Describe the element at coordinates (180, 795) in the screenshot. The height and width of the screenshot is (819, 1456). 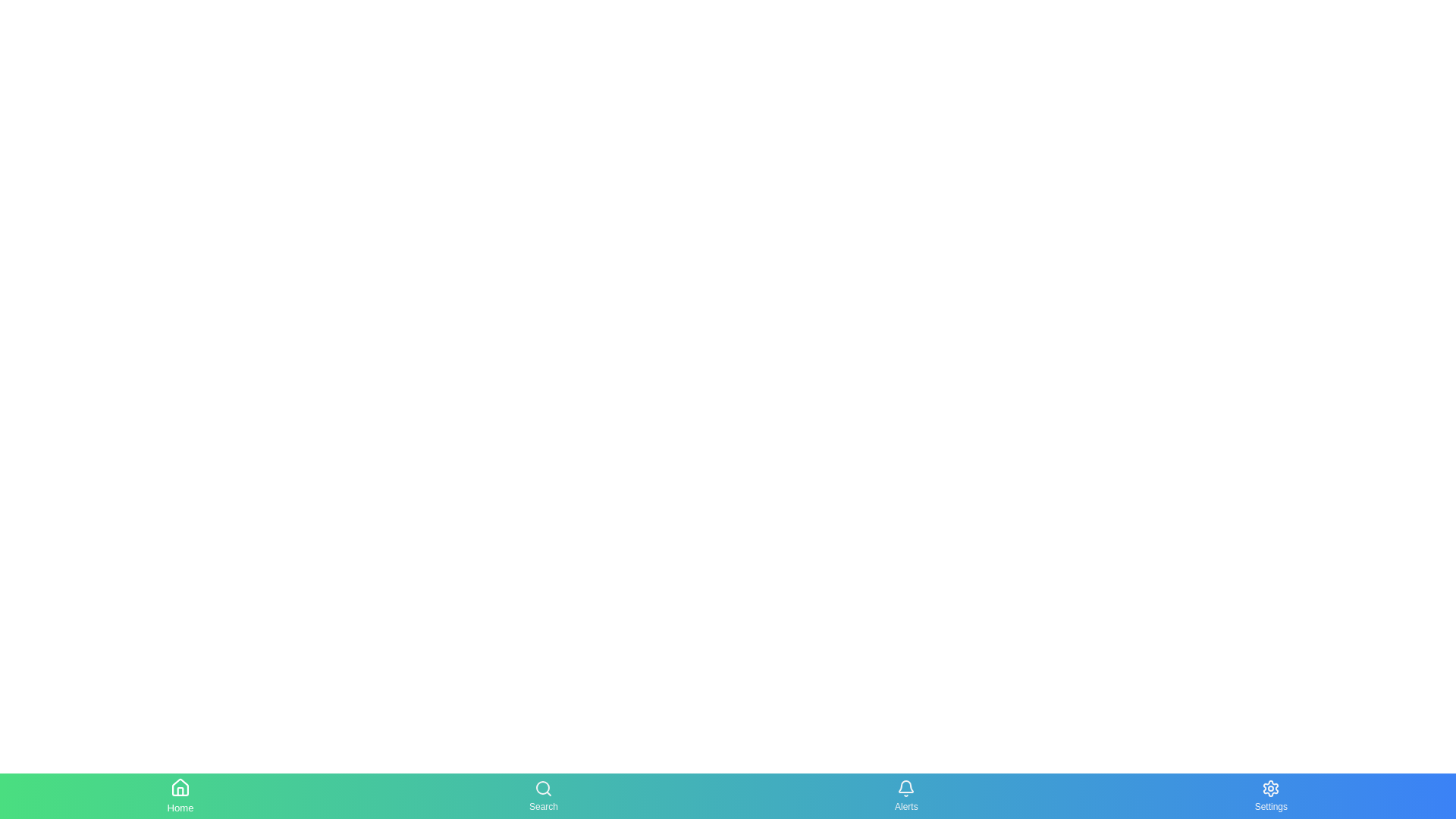
I see `the navigation tab labeled Home` at that location.